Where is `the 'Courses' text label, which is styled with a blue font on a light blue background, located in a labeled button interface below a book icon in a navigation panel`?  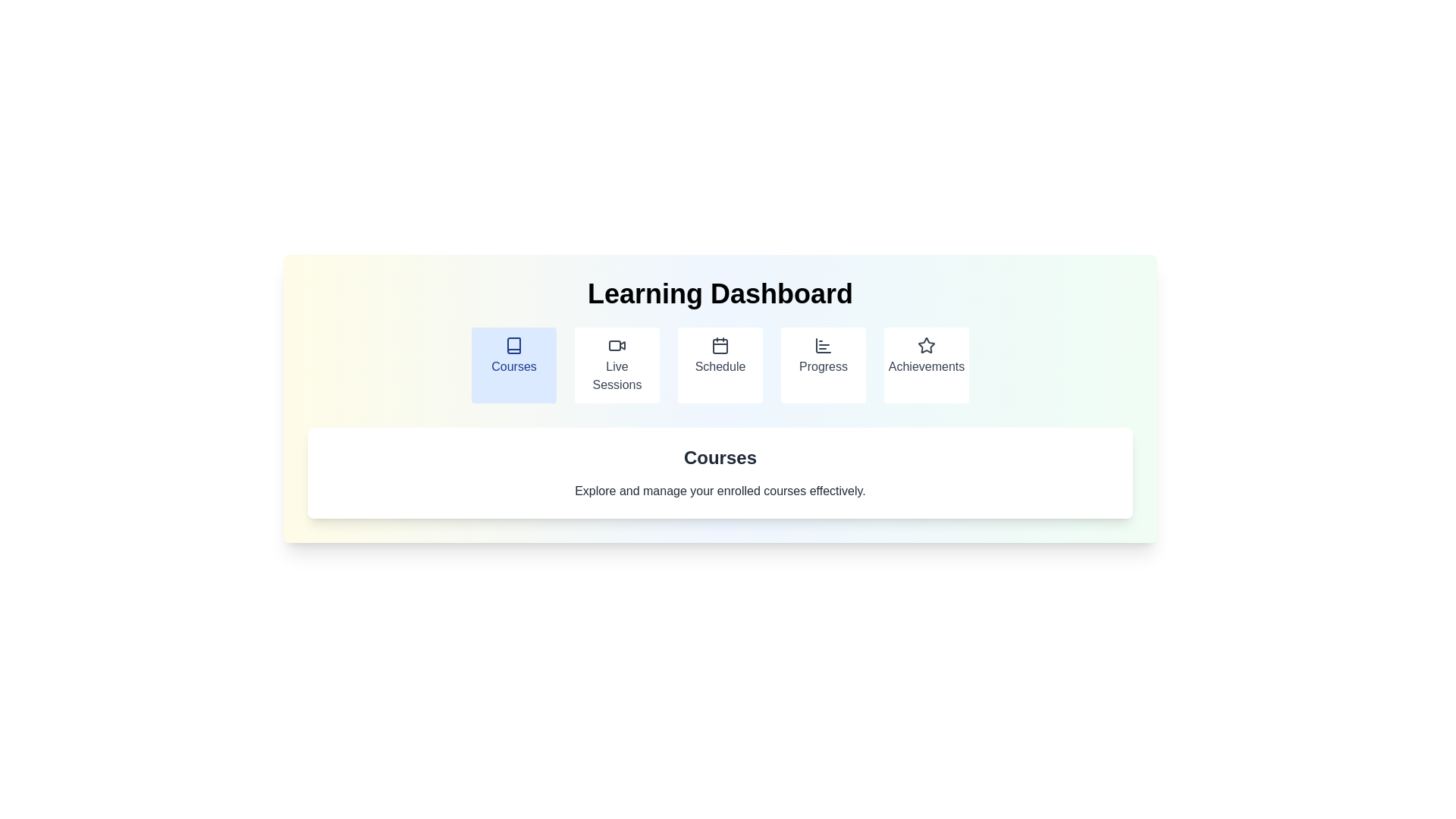 the 'Courses' text label, which is styled with a blue font on a light blue background, located in a labeled button interface below a book icon in a navigation panel is located at coordinates (513, 366).